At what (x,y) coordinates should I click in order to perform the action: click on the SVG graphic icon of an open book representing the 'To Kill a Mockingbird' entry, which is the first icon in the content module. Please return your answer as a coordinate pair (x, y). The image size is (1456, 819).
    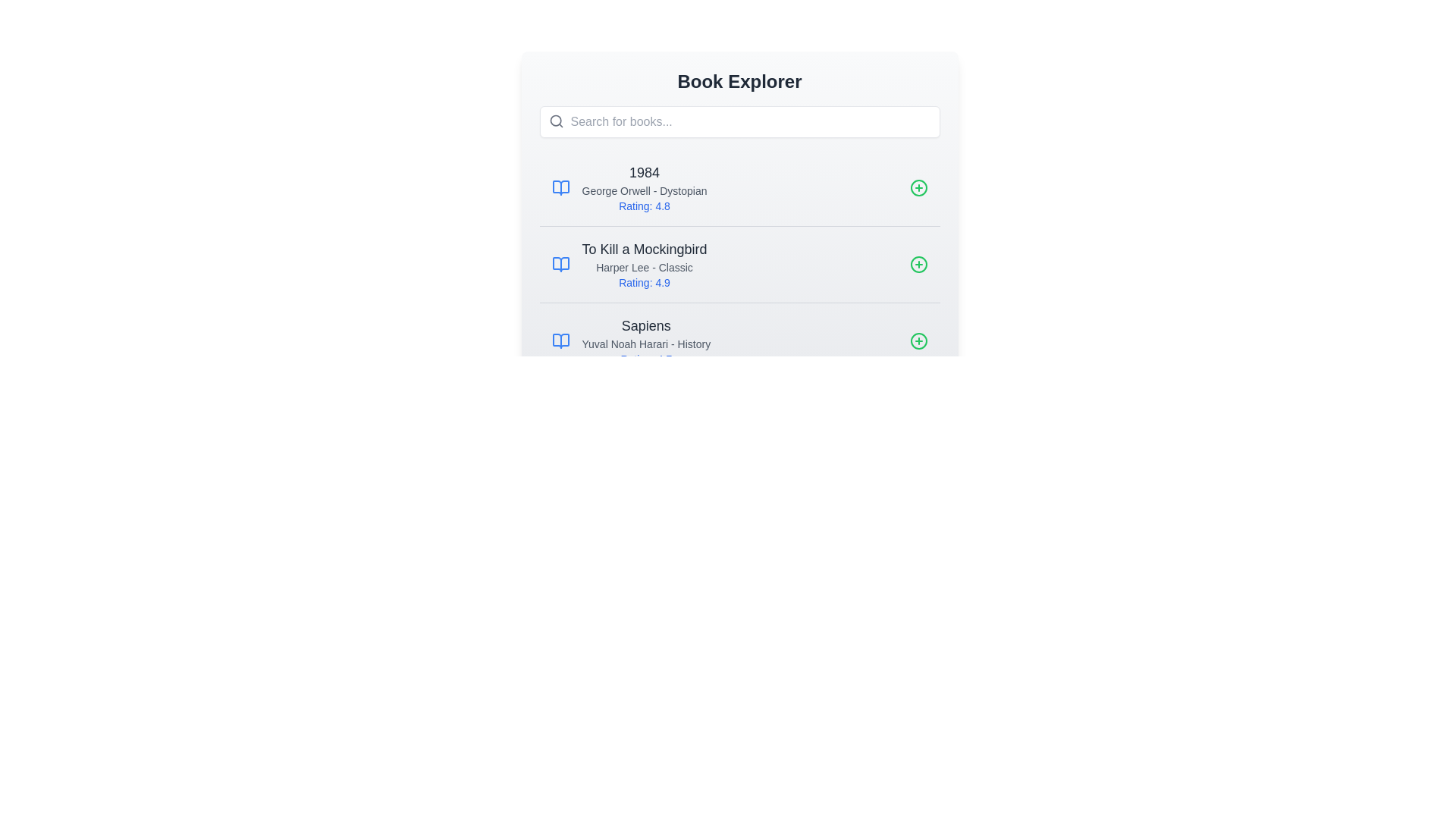
    Looking at the image, I should click on (560, 263).